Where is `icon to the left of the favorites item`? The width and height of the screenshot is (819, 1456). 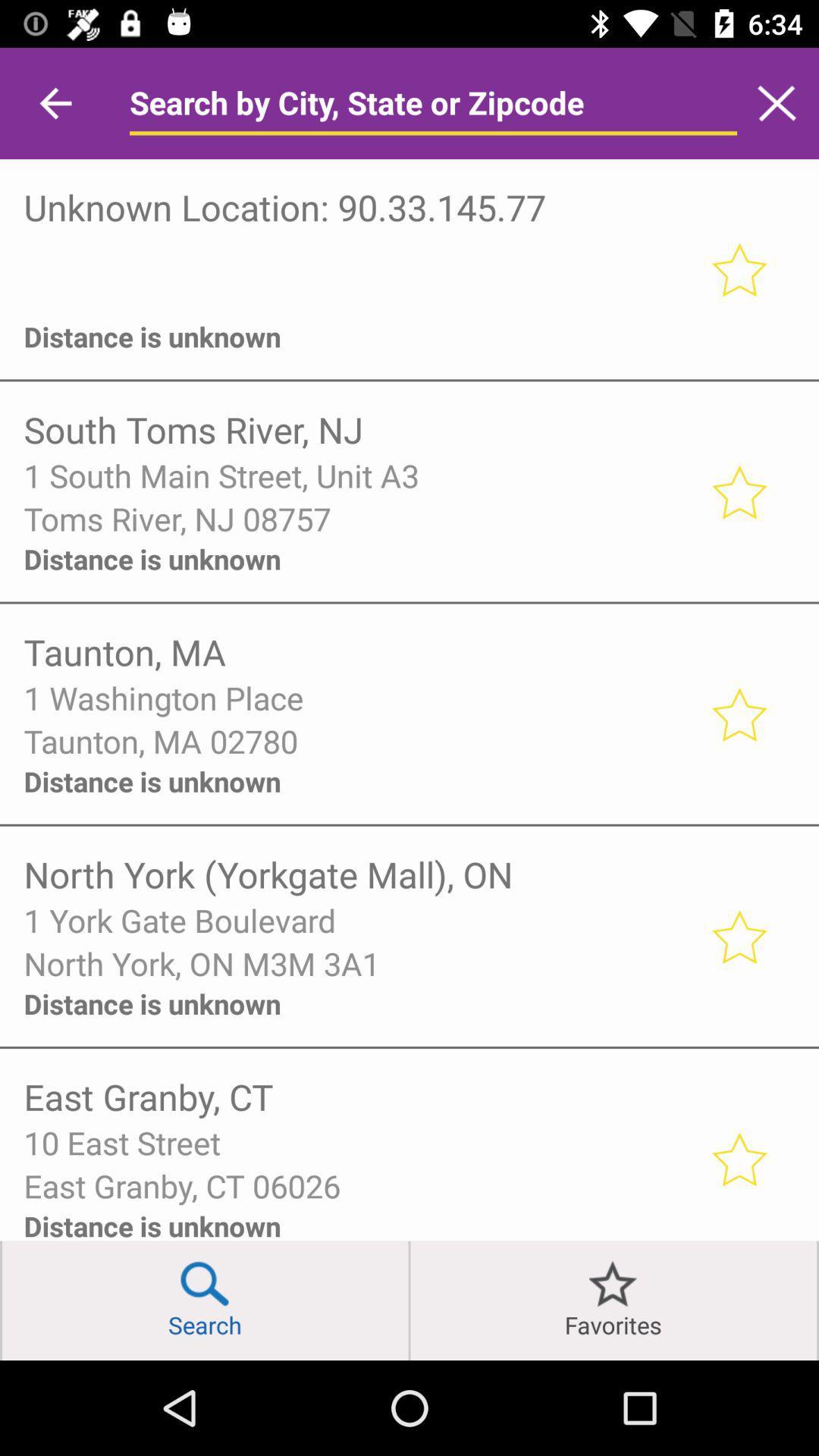
icon to the left of the favorites item is located at coordinates (409, 1300).